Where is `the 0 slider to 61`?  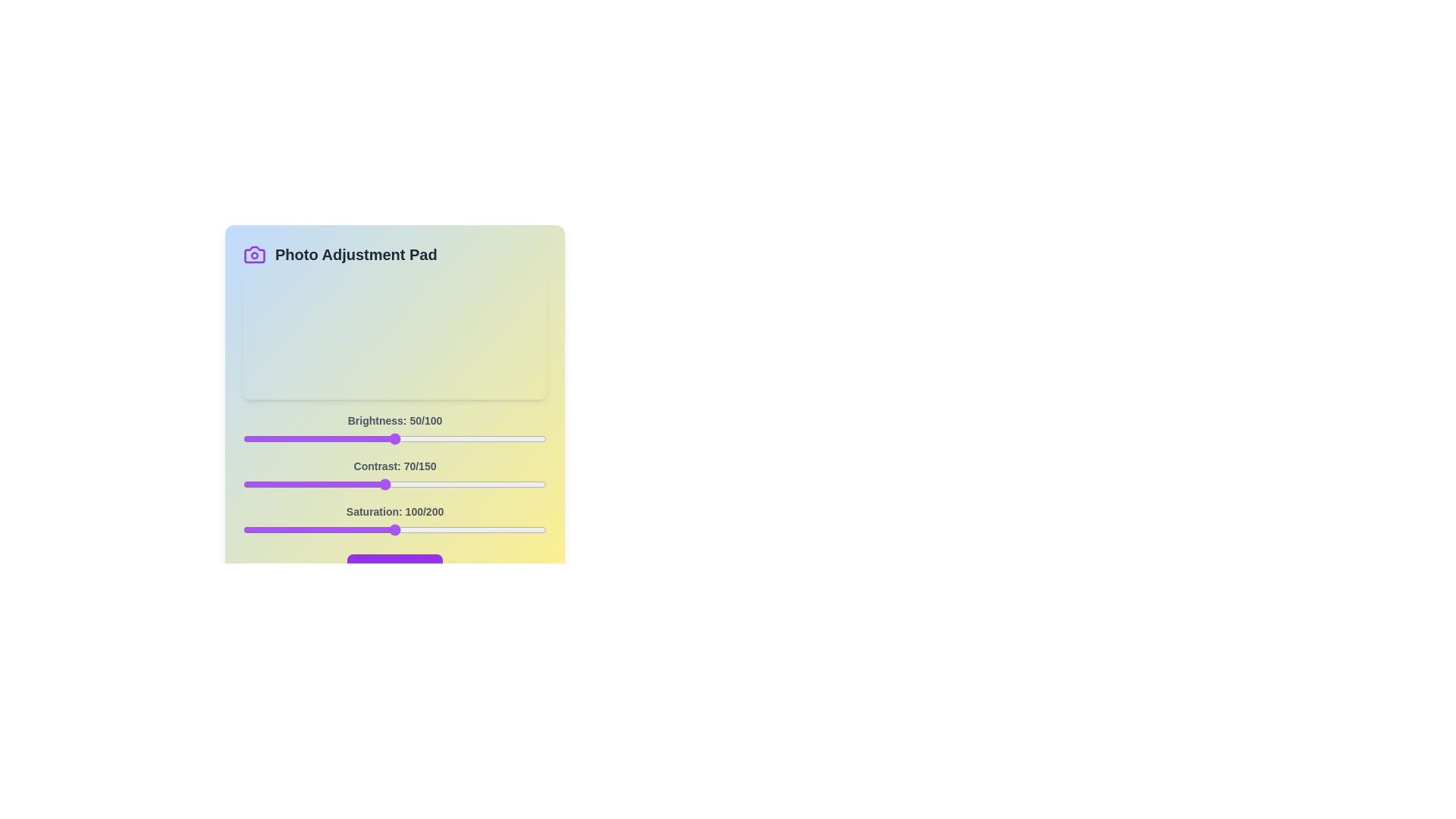
the 0 slider to 61 is located at coordinates (428, 438).